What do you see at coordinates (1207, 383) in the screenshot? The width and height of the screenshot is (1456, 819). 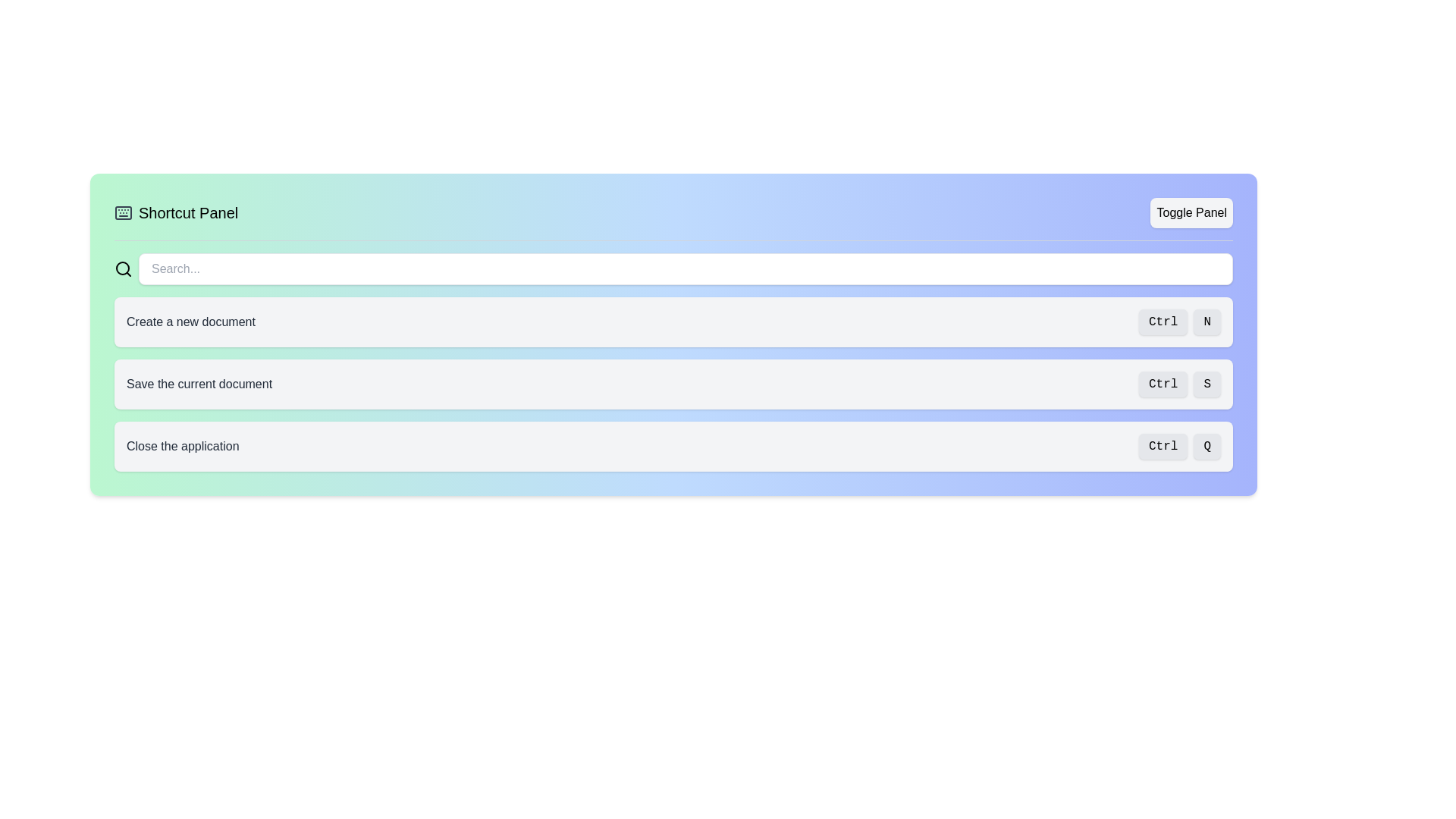 I see `the informational label representing the 'S' key, which is positioned next to the 'Ctrl' button indicating a keyboard shortcut` at bounding box center [1207, 383].